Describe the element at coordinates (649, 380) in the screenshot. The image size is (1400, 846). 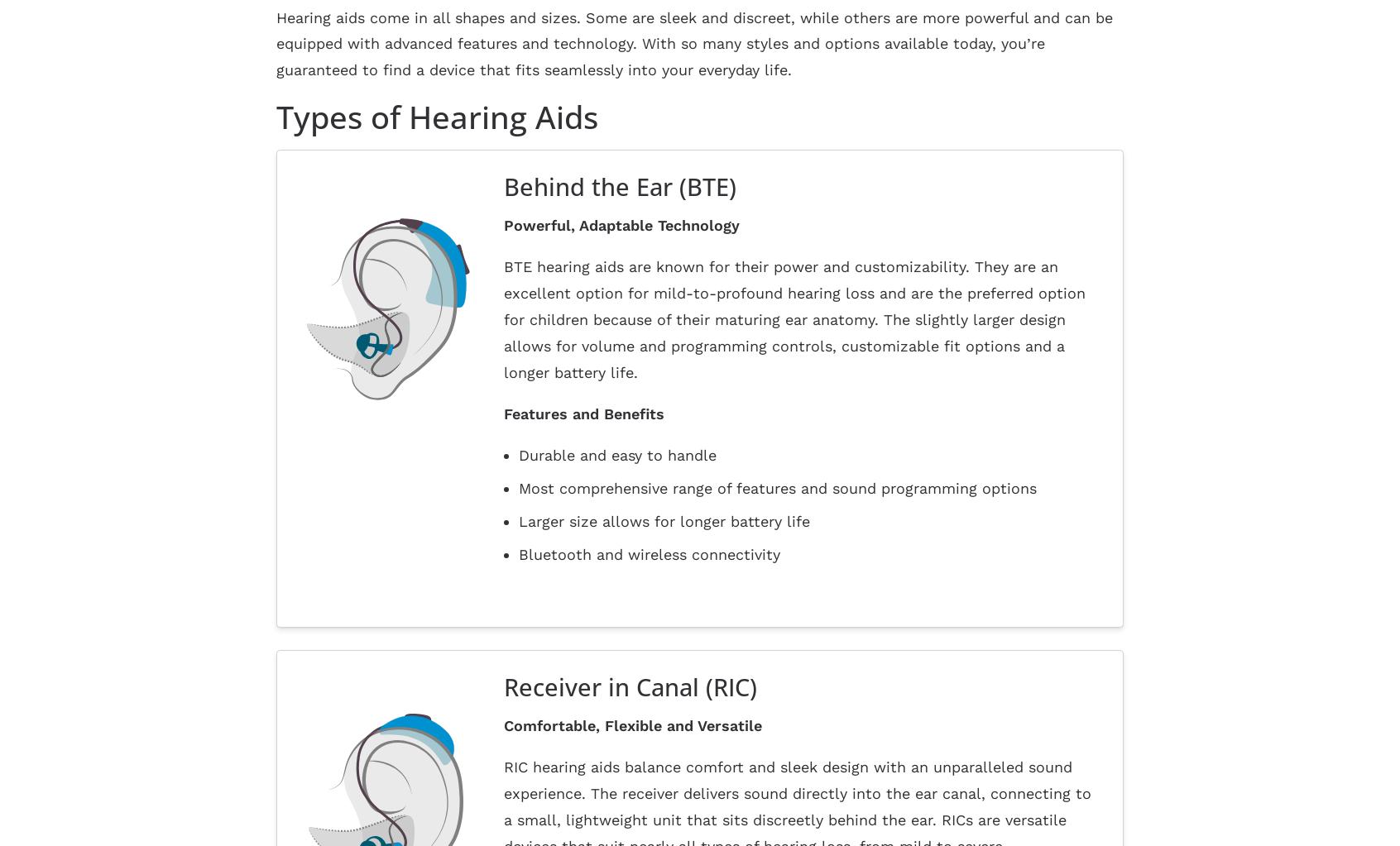
I see `'Bluetooth and wireless connectivity'` at that location.